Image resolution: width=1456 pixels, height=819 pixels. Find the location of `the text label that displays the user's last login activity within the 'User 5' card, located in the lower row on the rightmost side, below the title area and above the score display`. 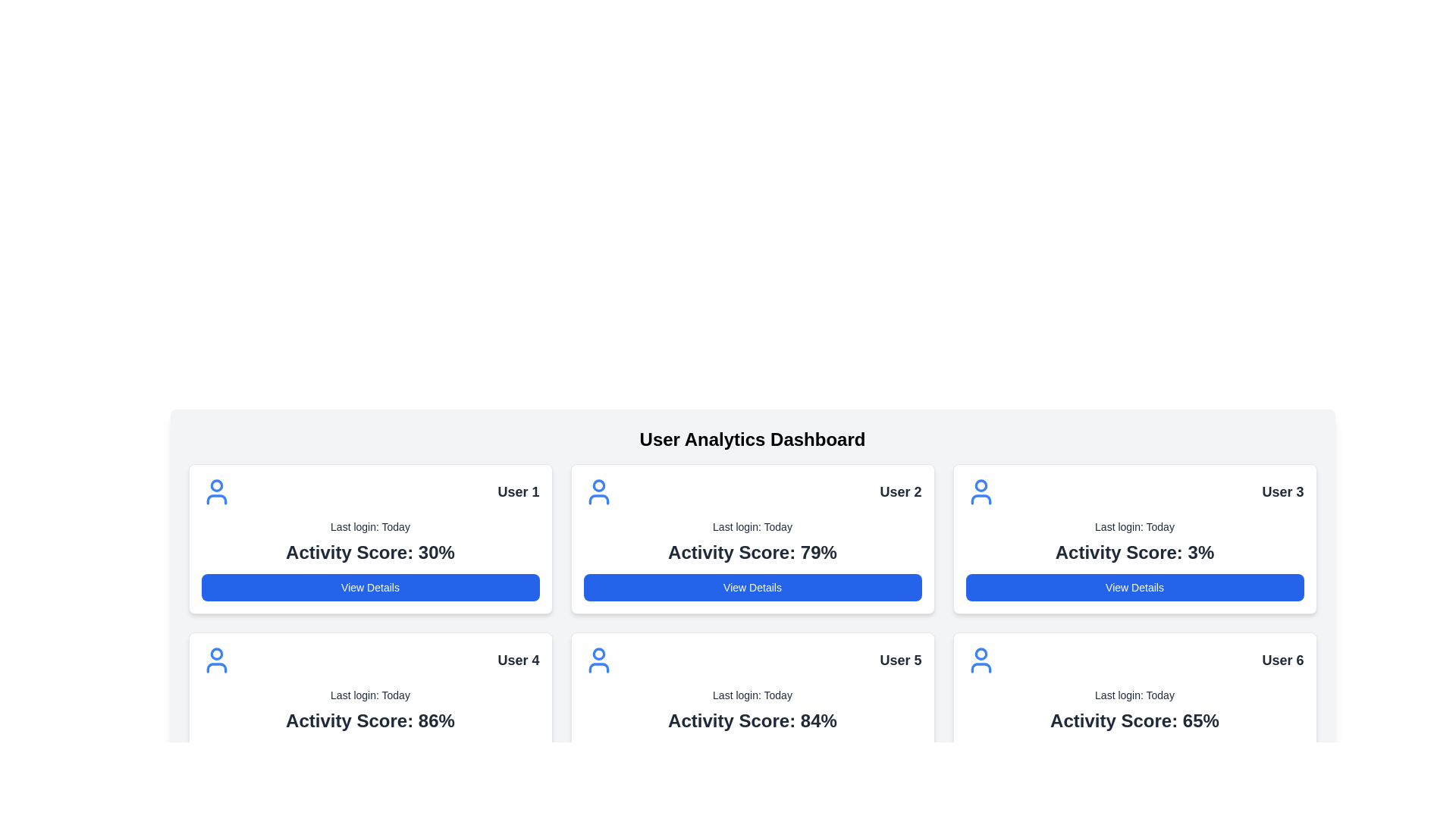

the text label that displays the user's last login activity within the 'User 5' card, located in the lower row on the rightmost side, below the title area and above the score display is located at coordinates (752, 695).